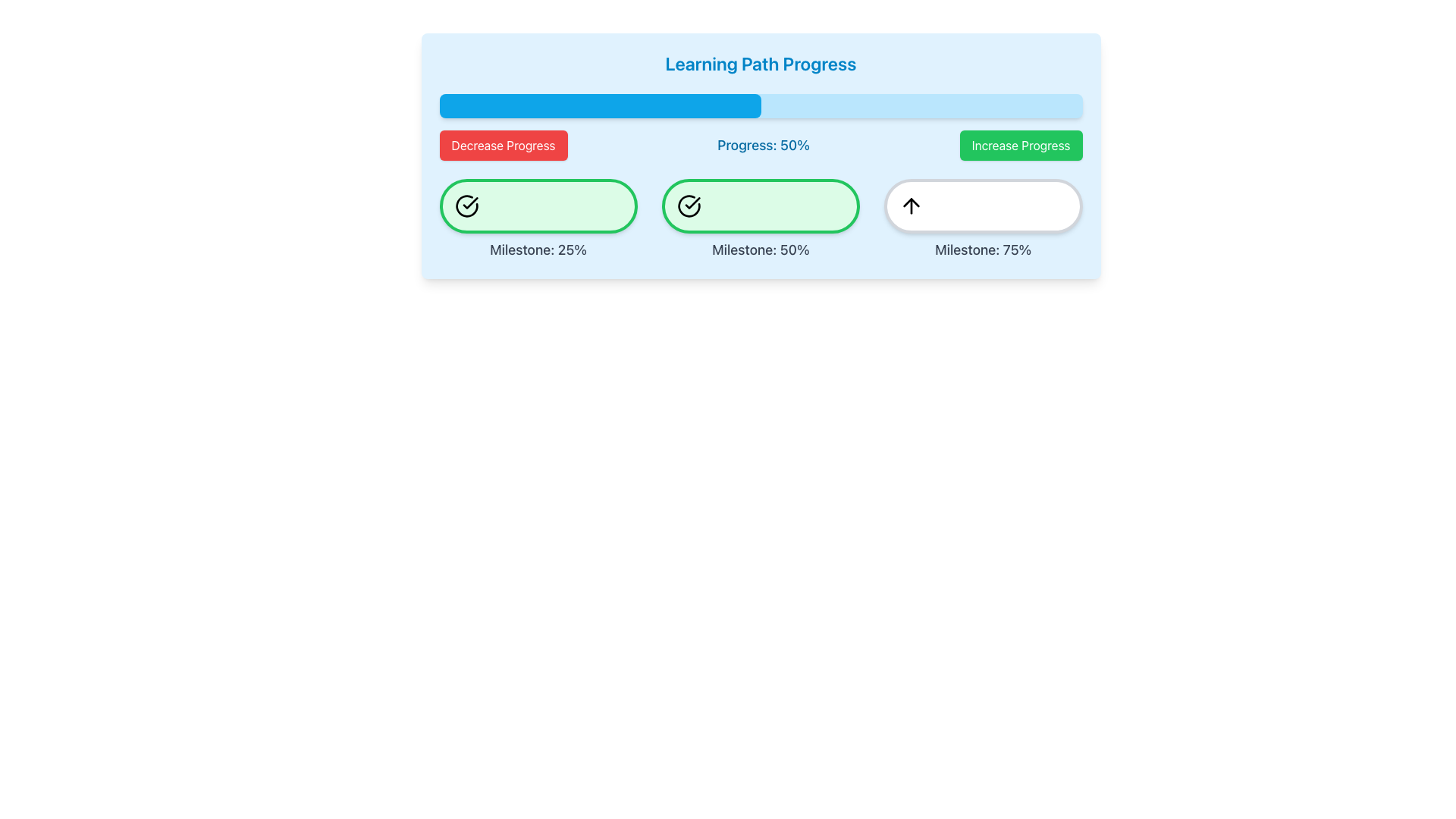 This screenshot has width=1456, height=819. What do you see at coordinates (1020, 146) in the screenshot?
I see `the 'Increase Progress' button located in the top-right portion of the interface` at bounding box center [1020, 146].